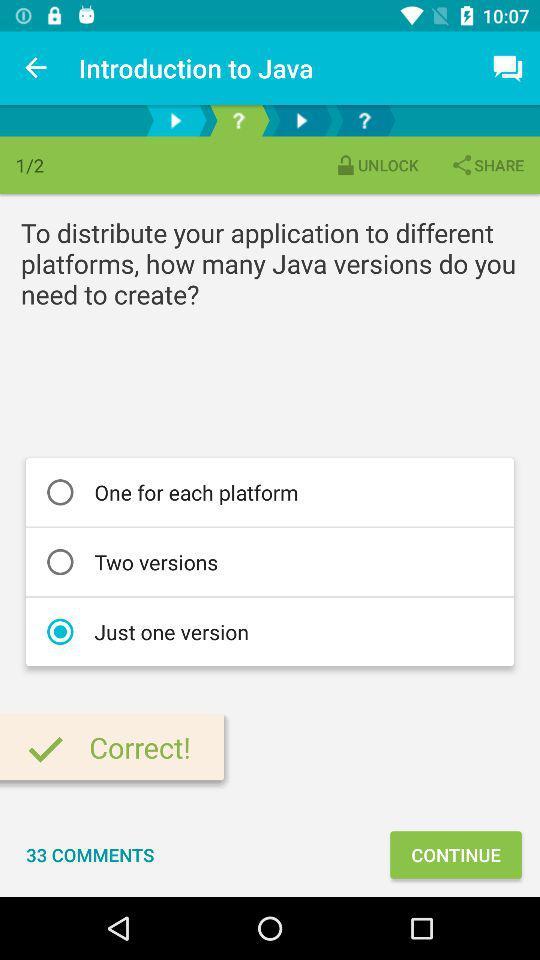  I want to click on help, so click(238, 120).